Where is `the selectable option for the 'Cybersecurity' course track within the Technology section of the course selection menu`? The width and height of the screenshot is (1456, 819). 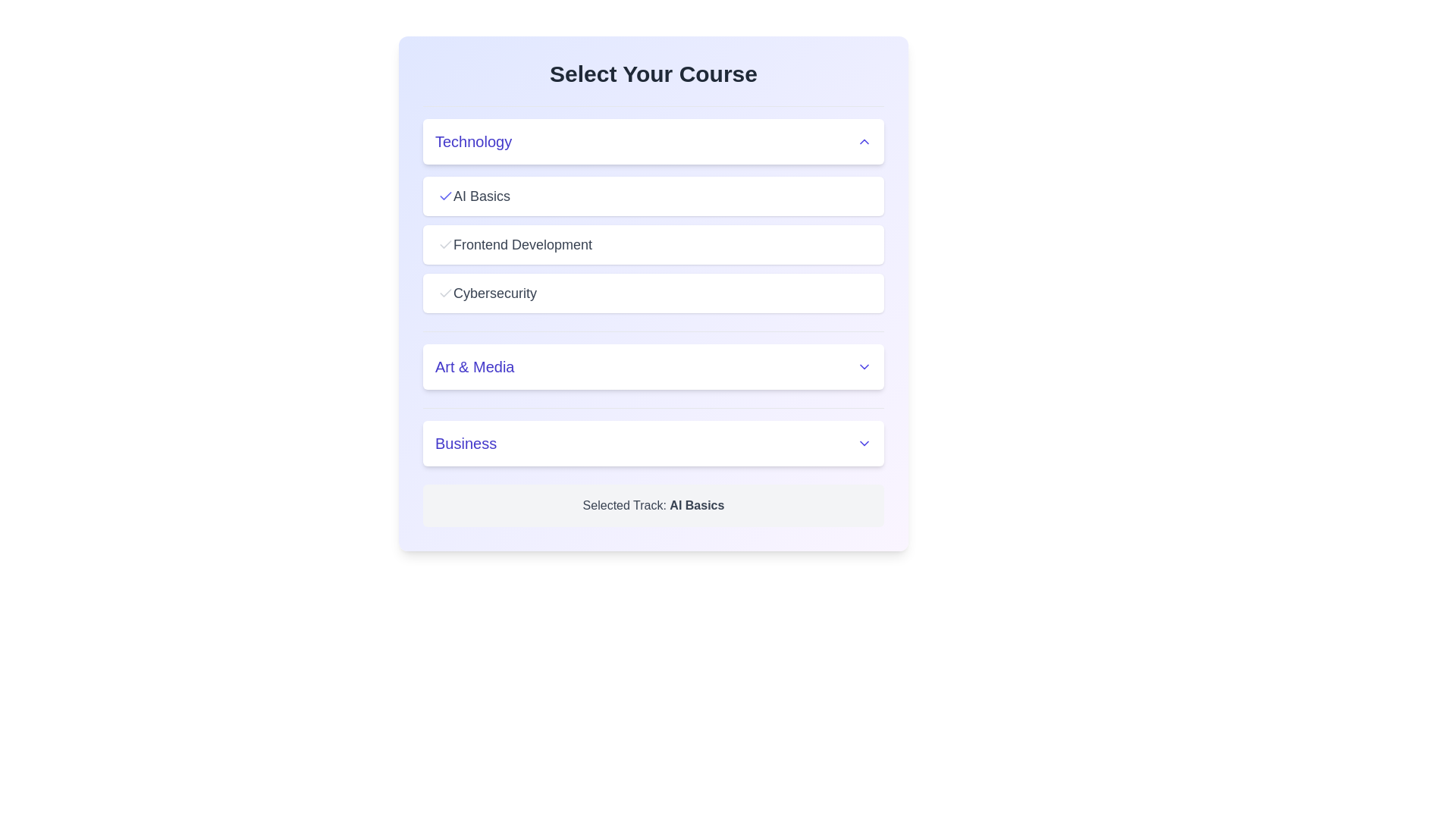 the selectable option for the 'Cybersecurity' course track within the Technology section of the course selection menu is located at coordinates (494, 293).